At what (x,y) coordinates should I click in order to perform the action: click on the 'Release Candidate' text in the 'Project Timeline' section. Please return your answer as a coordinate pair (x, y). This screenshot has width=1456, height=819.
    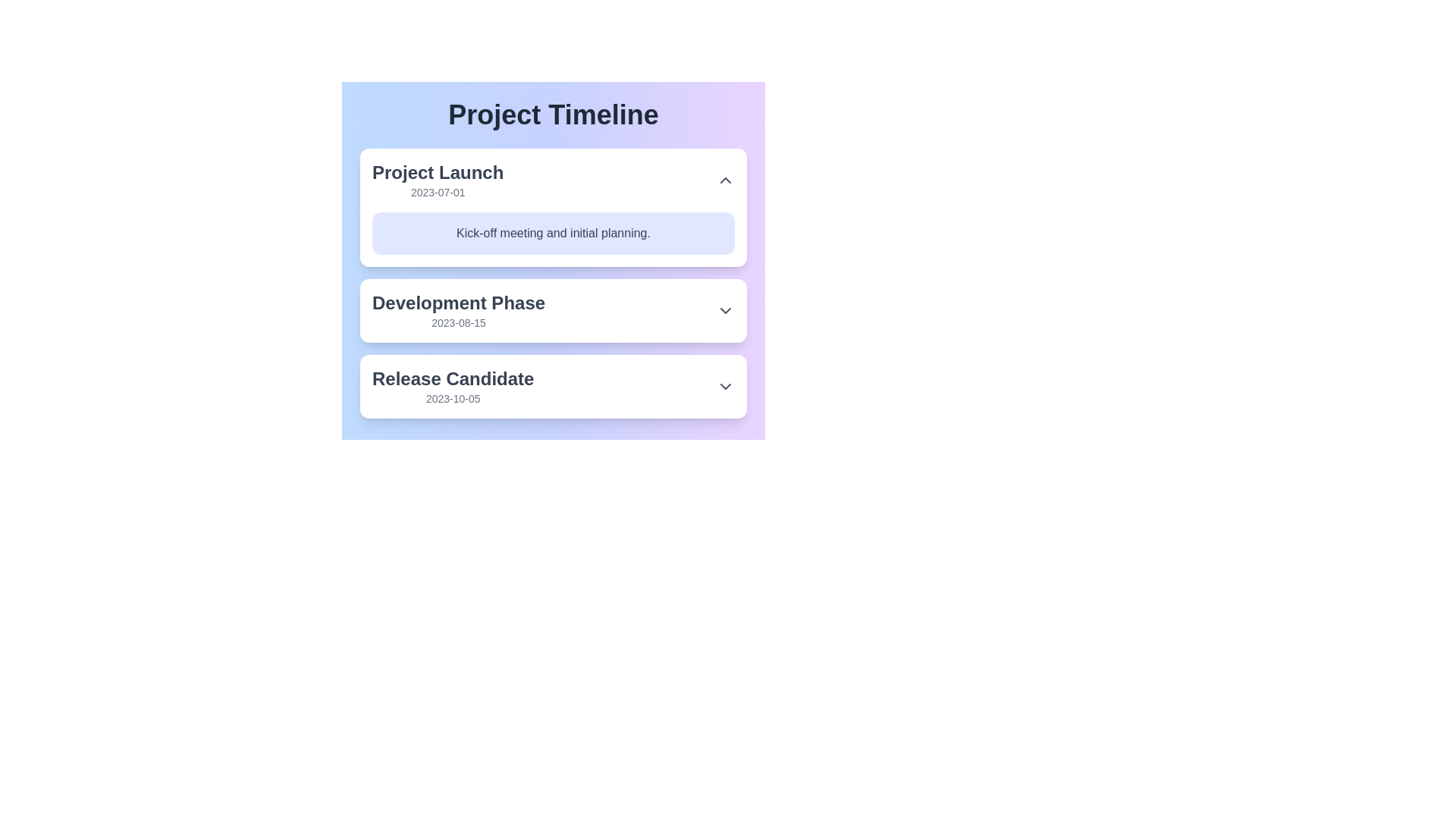
    Looking at the image, I should click on (452, 385).